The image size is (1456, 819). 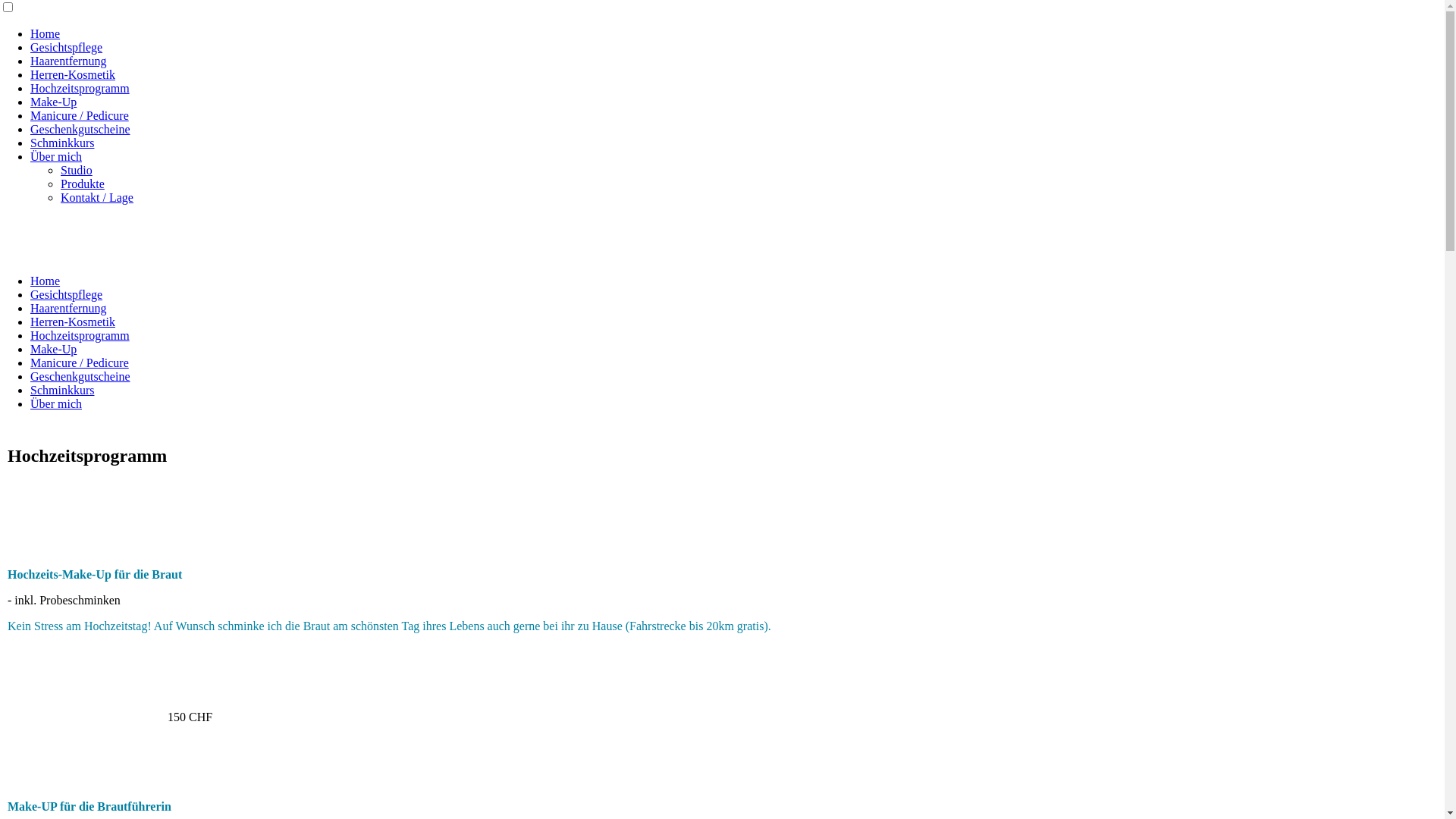 What do you see at coordinates (79, 128) in the screenshot?
I see `'Geschenkgutscheine'` at bounding box center [79, 128].